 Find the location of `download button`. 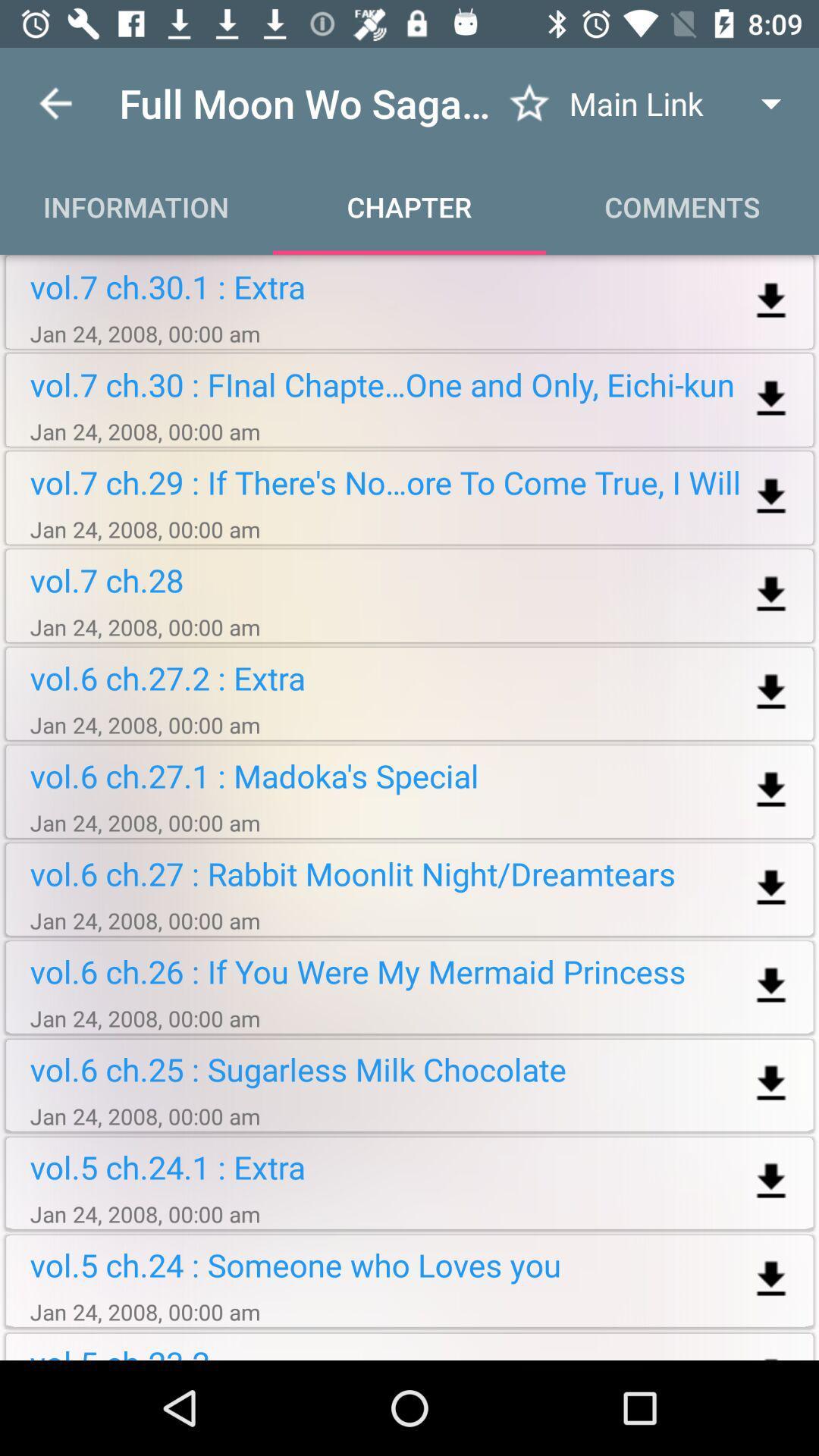

download button is located at coordinates (771, 986).